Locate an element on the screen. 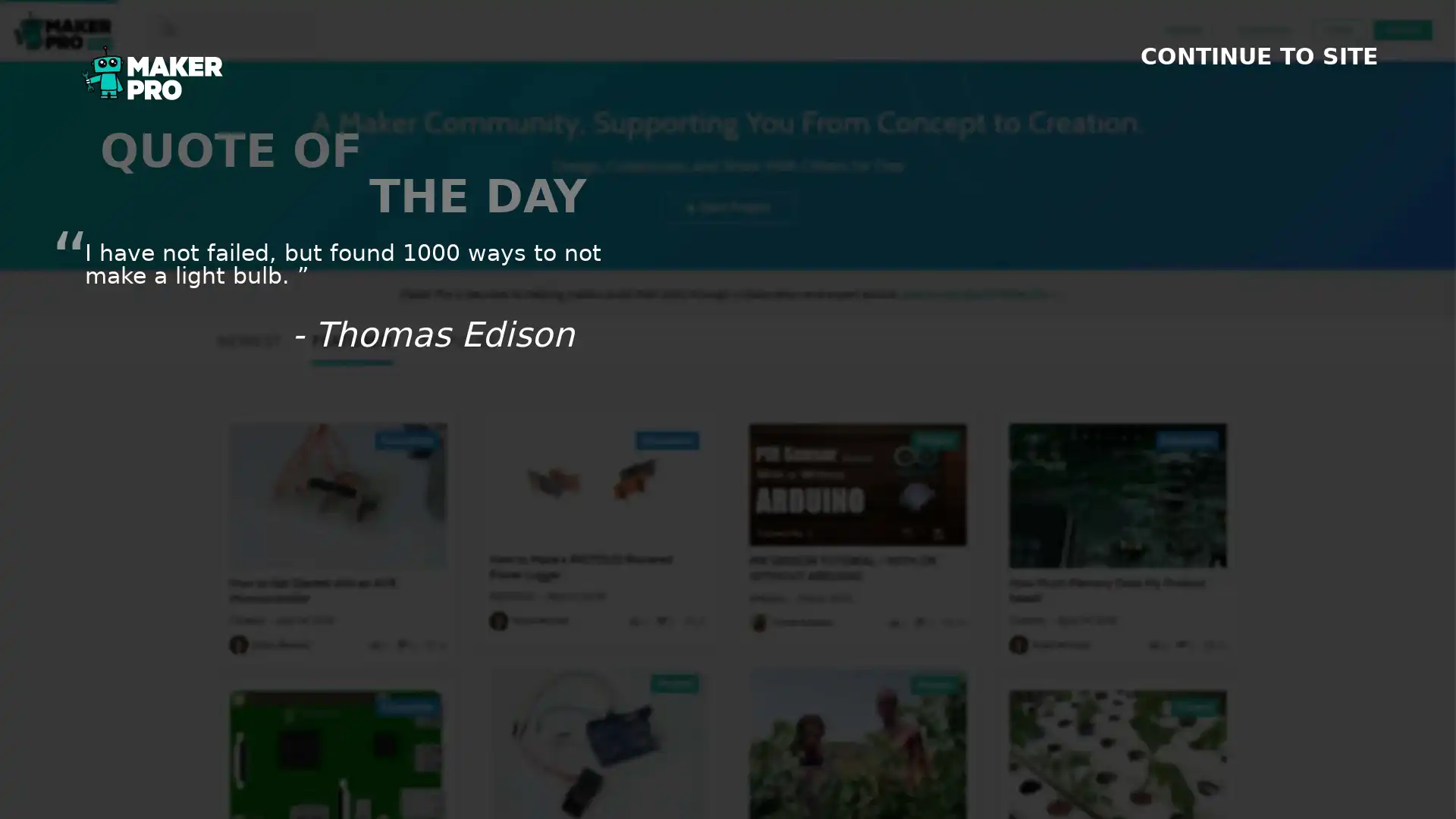  SHOW FOOTER is located at coordinates (1411, 804).